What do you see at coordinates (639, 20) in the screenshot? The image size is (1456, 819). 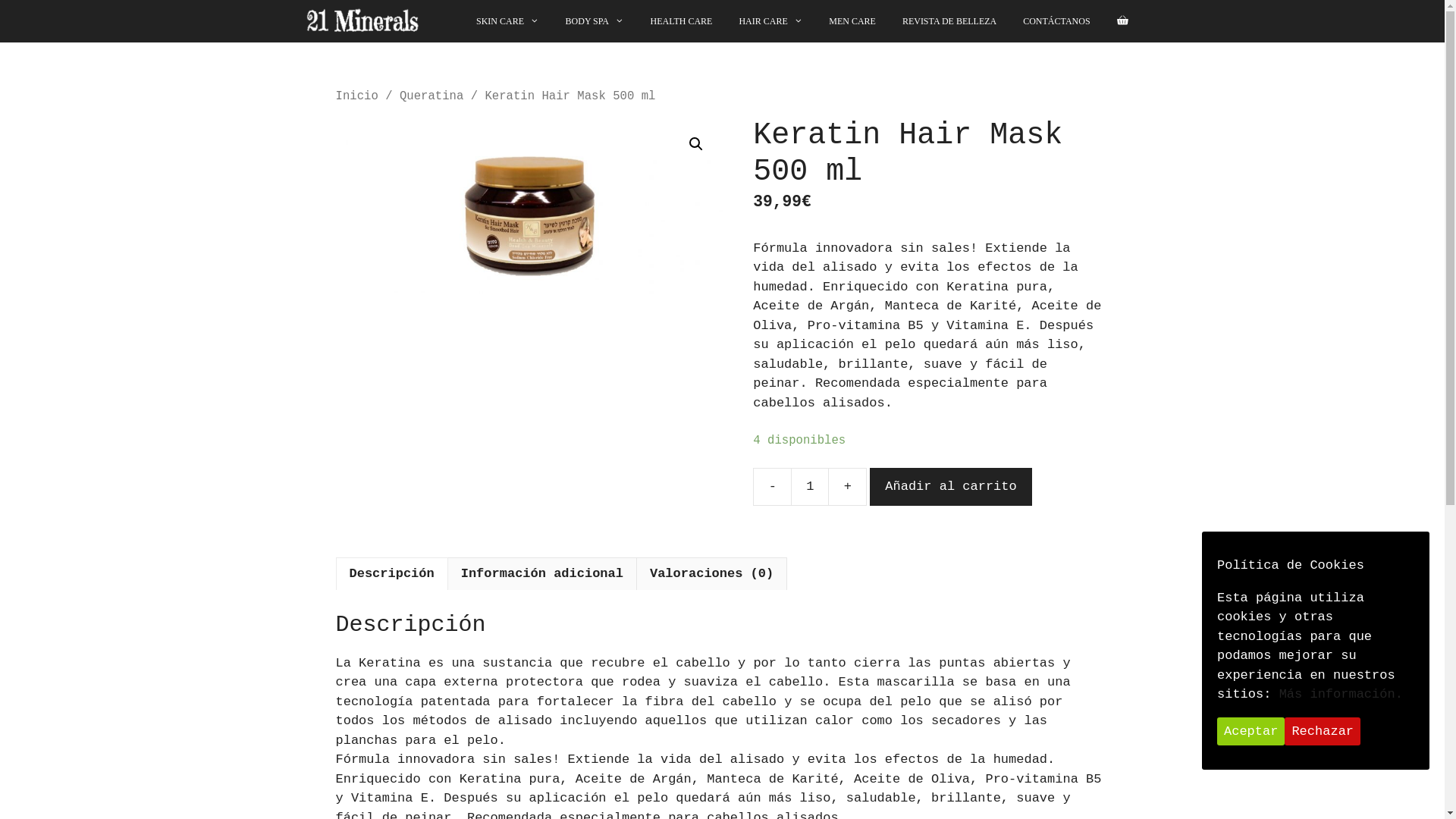 I see `'HEALTH CARE'` at bounding box center [639, 20].